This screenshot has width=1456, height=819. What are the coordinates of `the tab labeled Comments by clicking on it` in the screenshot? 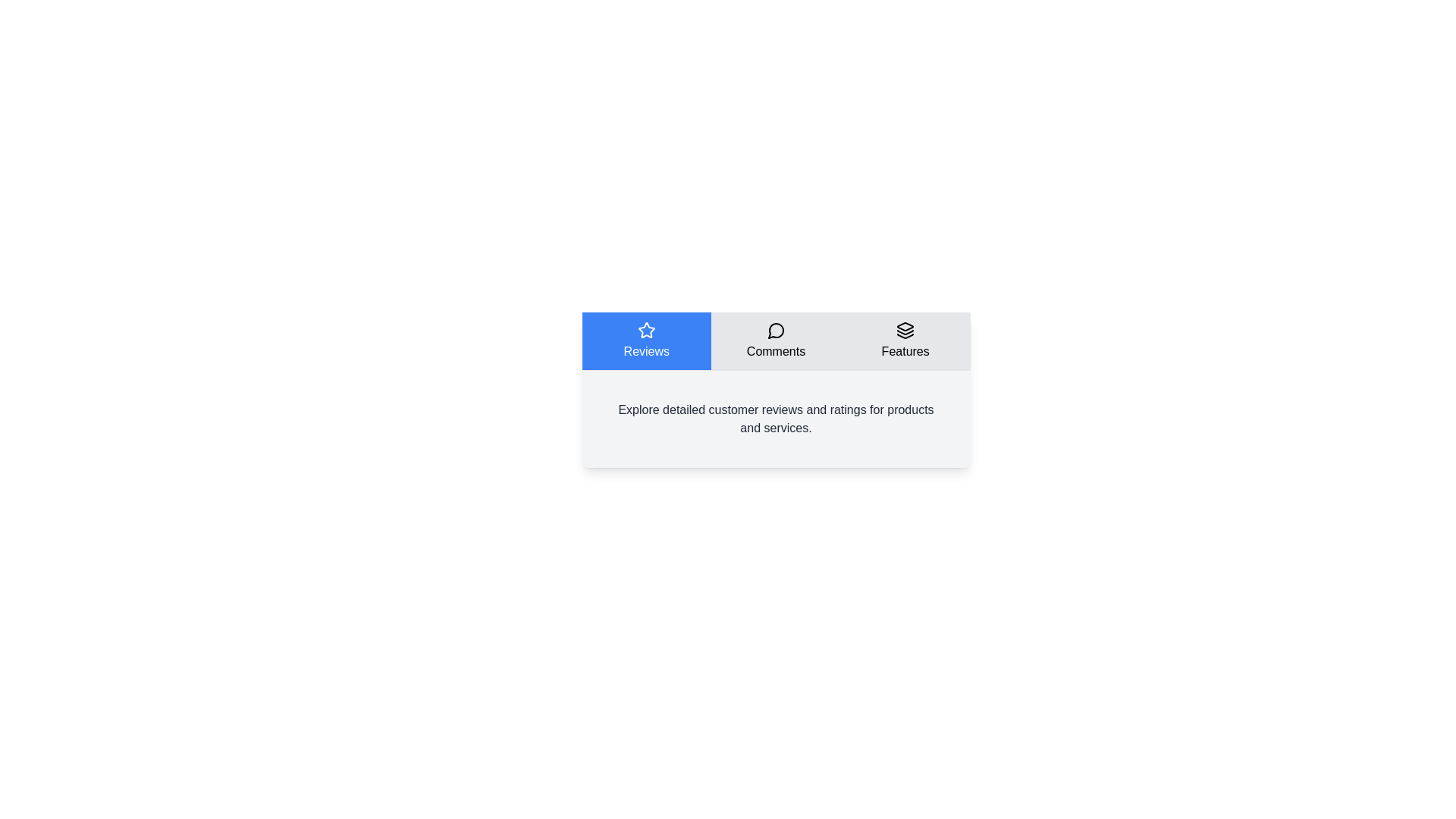 It's located at (776, 341).